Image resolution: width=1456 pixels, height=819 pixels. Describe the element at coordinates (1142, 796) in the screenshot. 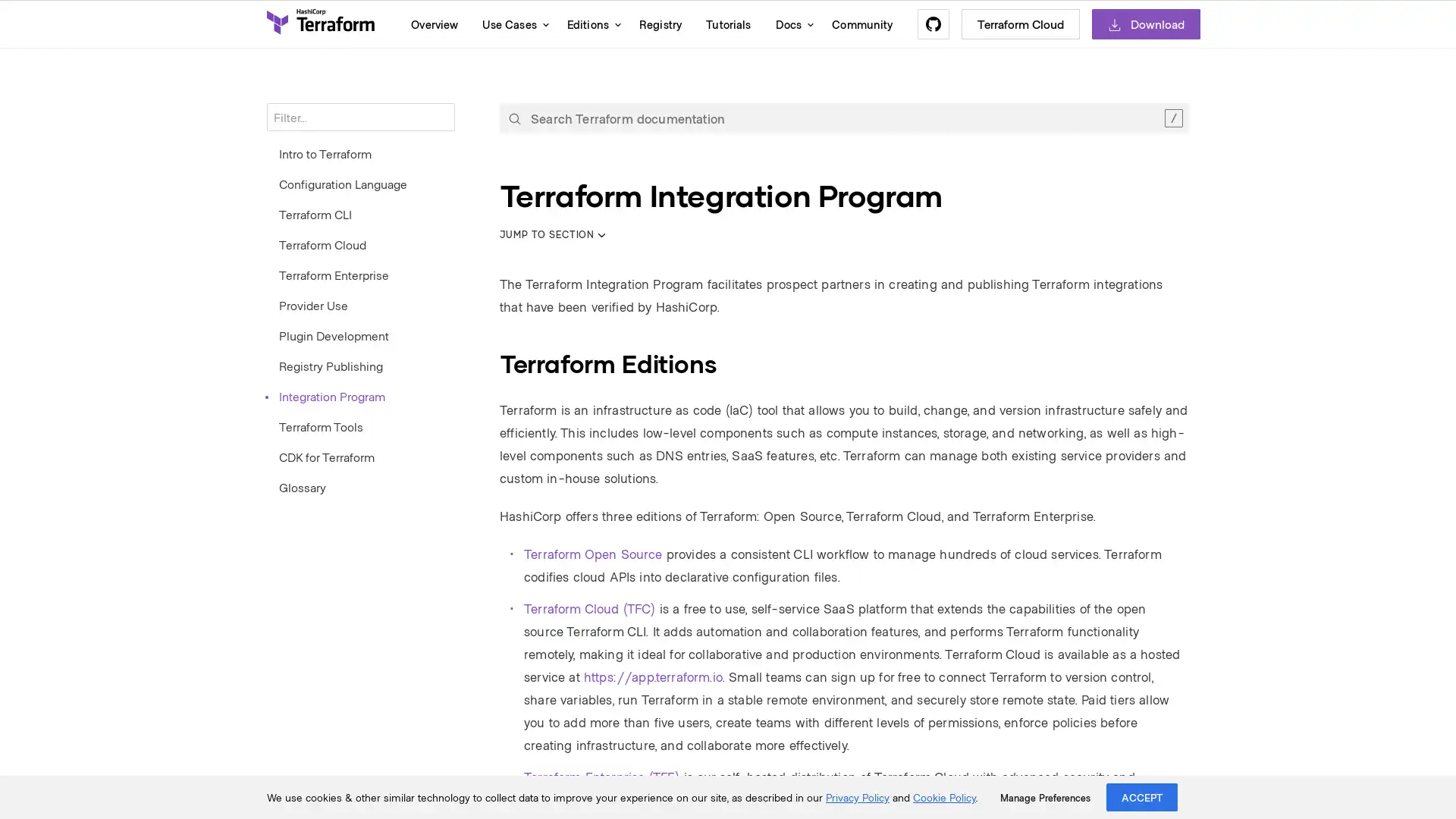

I see `ACCEPT` at that location.